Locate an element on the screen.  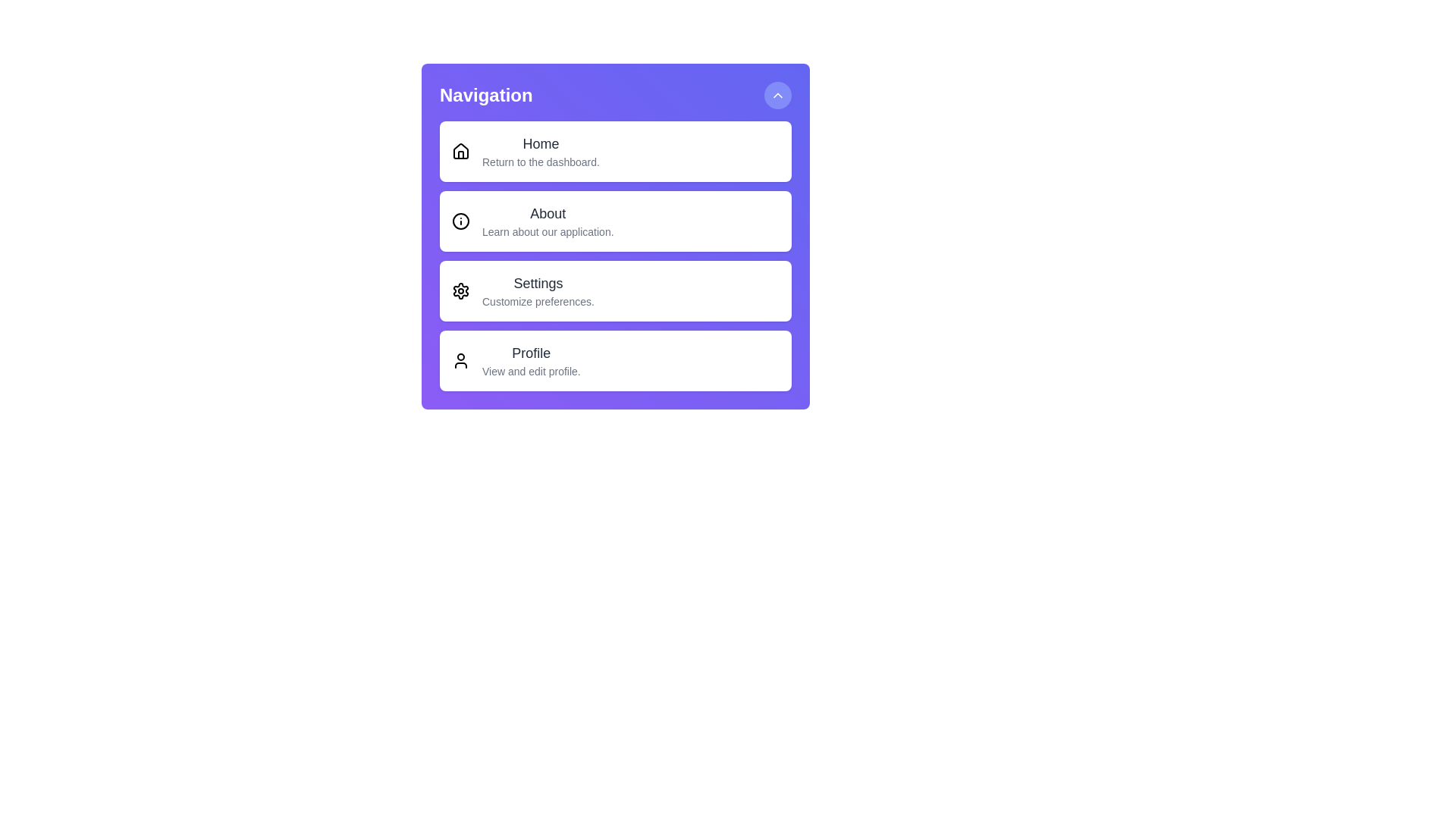
the menu option Home by clicking on it is located at coordinates (615, 152).